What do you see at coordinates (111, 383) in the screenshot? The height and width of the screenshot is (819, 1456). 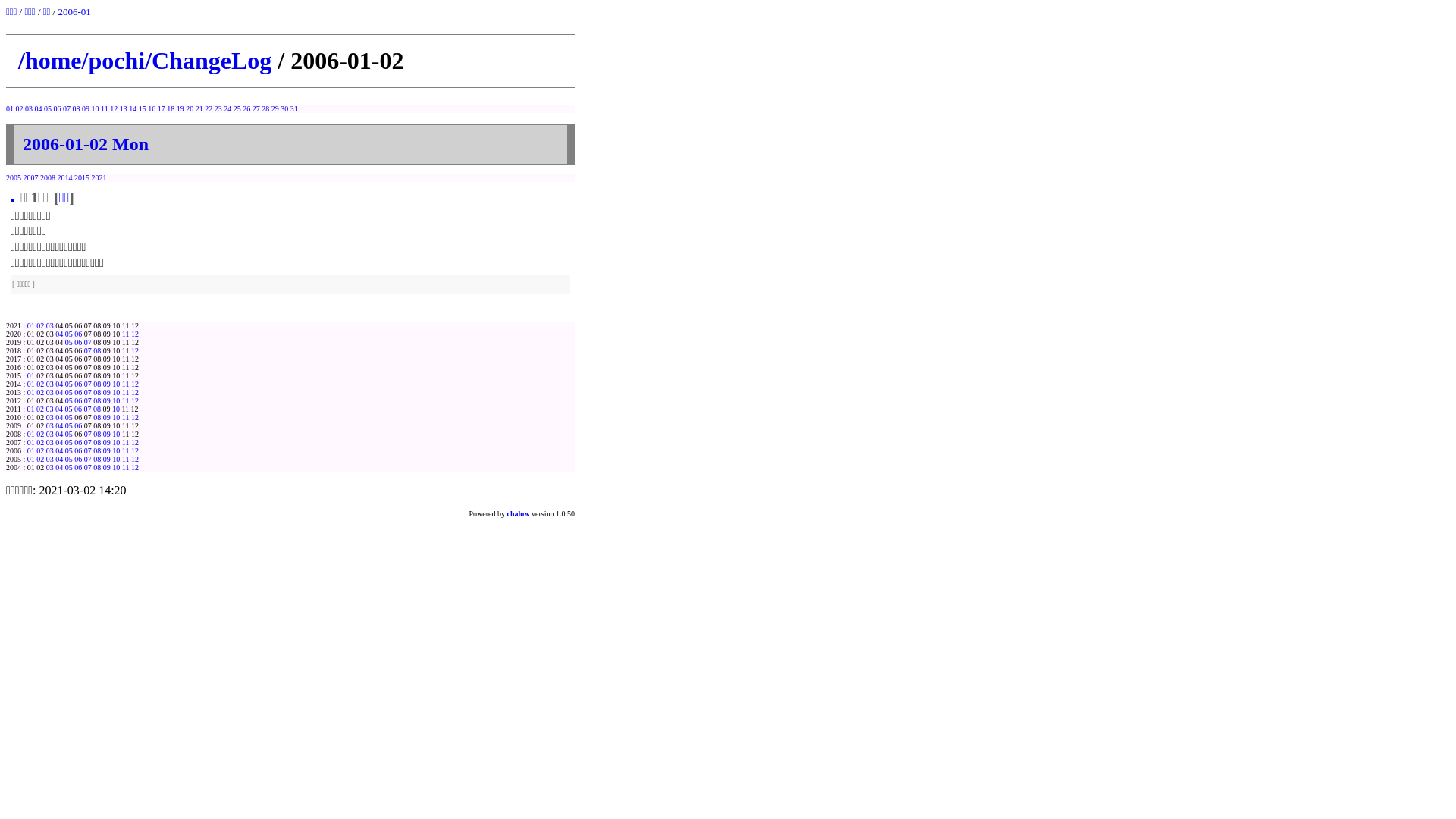 I see `'10'` at bounding box center [111, 383].